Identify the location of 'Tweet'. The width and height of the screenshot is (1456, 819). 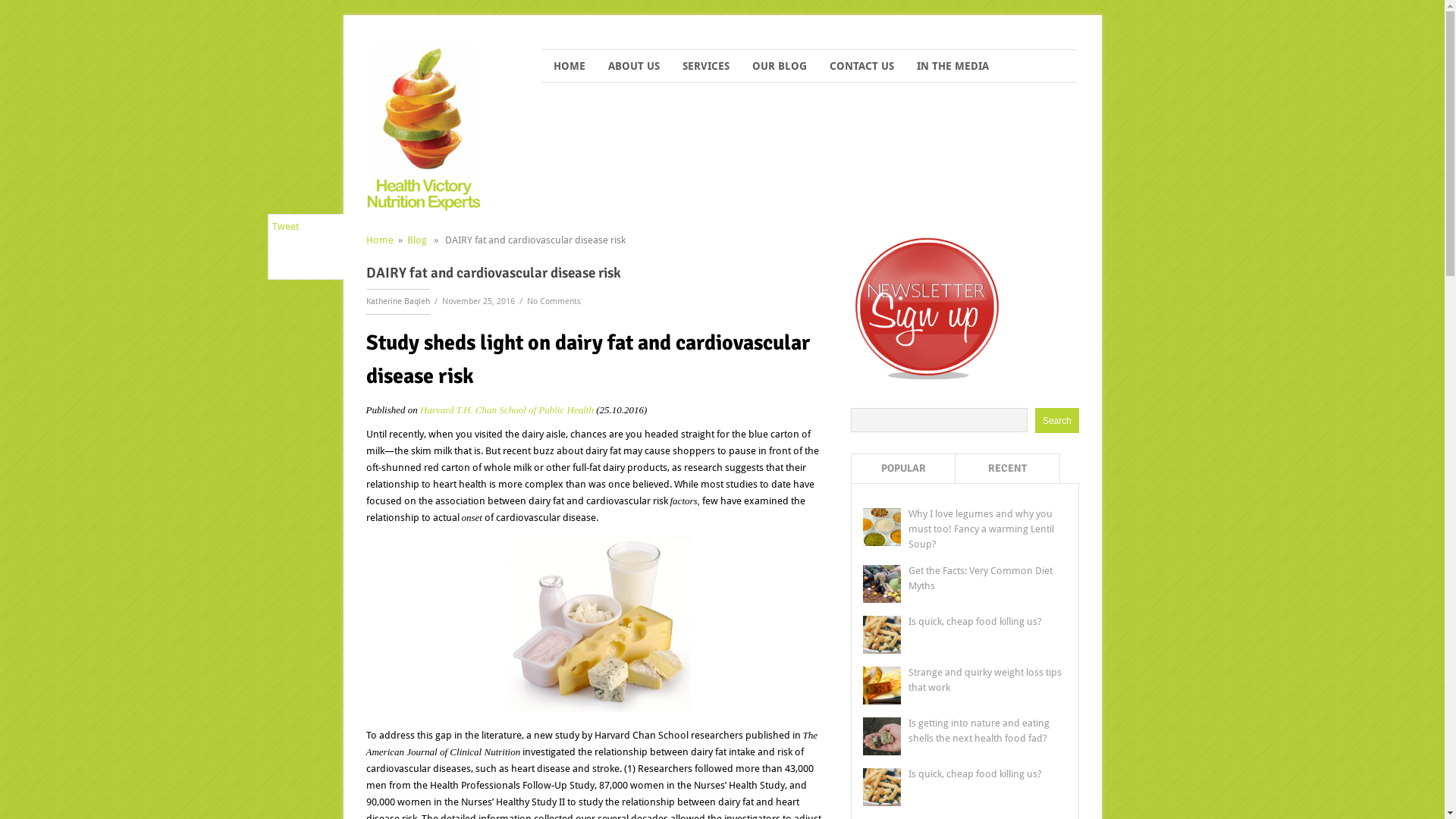
(284, 226).